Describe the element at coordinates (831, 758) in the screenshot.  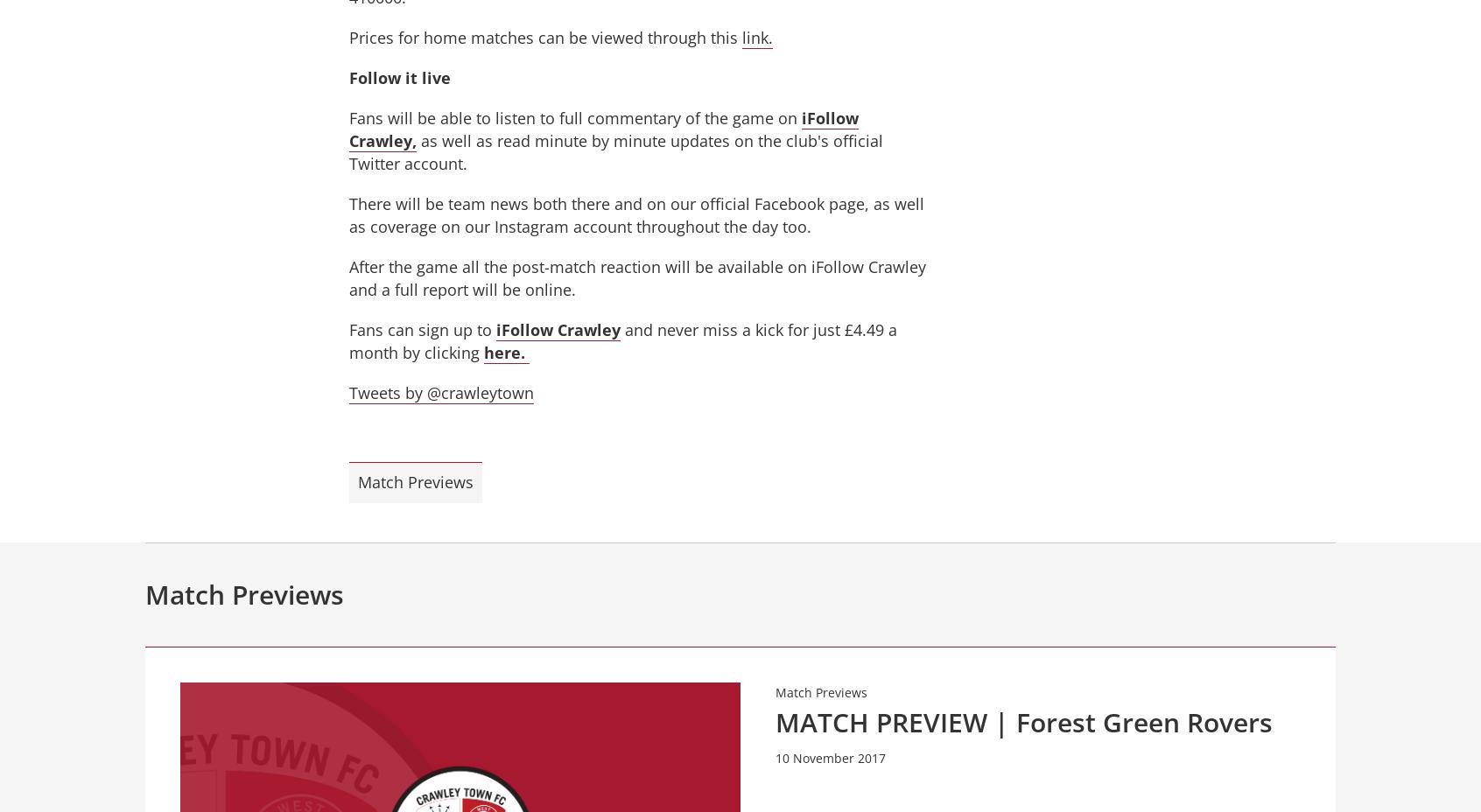
I see `'10 November 2017'` at that location.